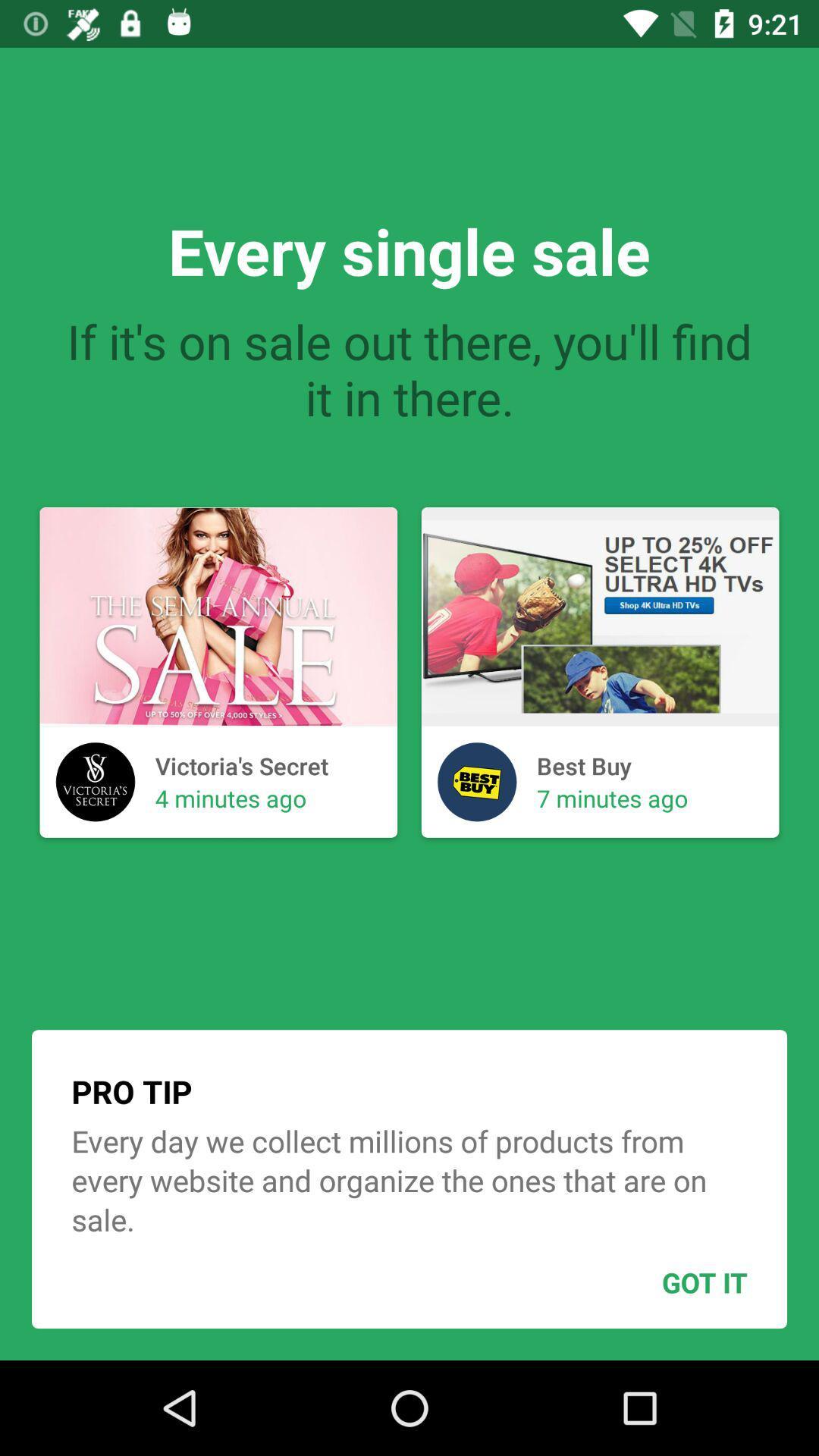 This screenshot has width=819, height=1456. Describe the element at coordinates (667, 1282) in the screenshot. I see `the got it` at that location.